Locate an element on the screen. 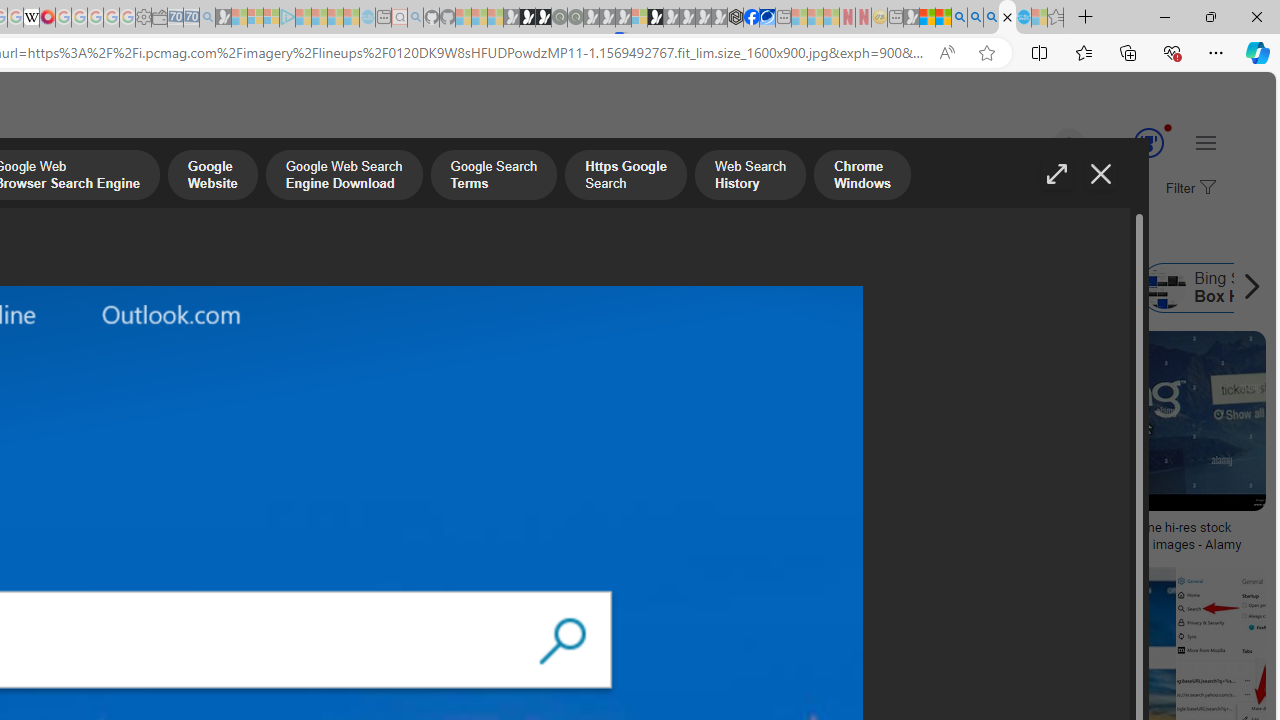 The image size is (1280, 720). 'Target page - Wikipedia' is located at coordinates (32, 17).